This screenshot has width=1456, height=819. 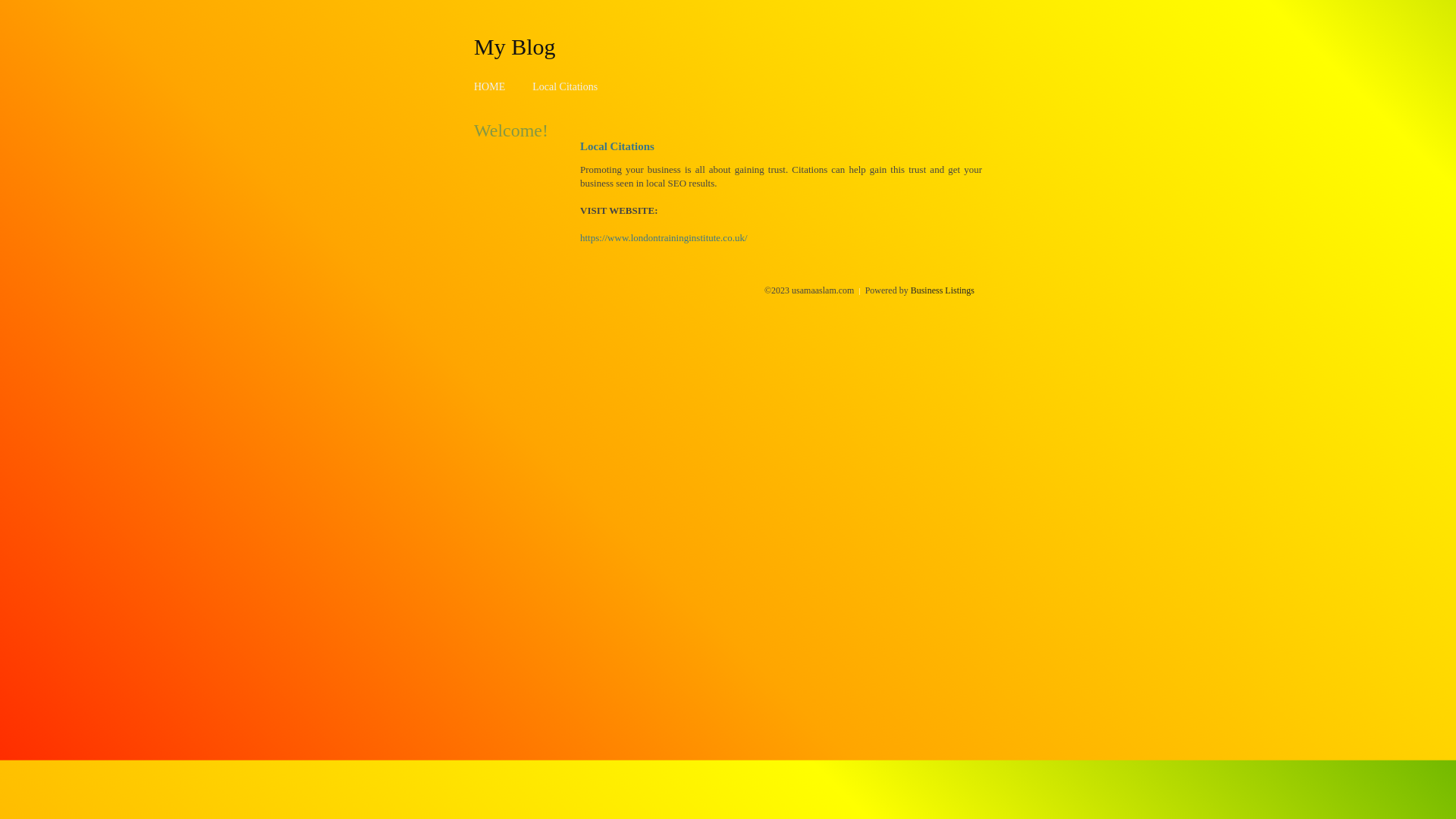 What do you see at coordinates (514, 45) in the screenshot?
I see `'My Blog'` at bounding box center [514, 45].